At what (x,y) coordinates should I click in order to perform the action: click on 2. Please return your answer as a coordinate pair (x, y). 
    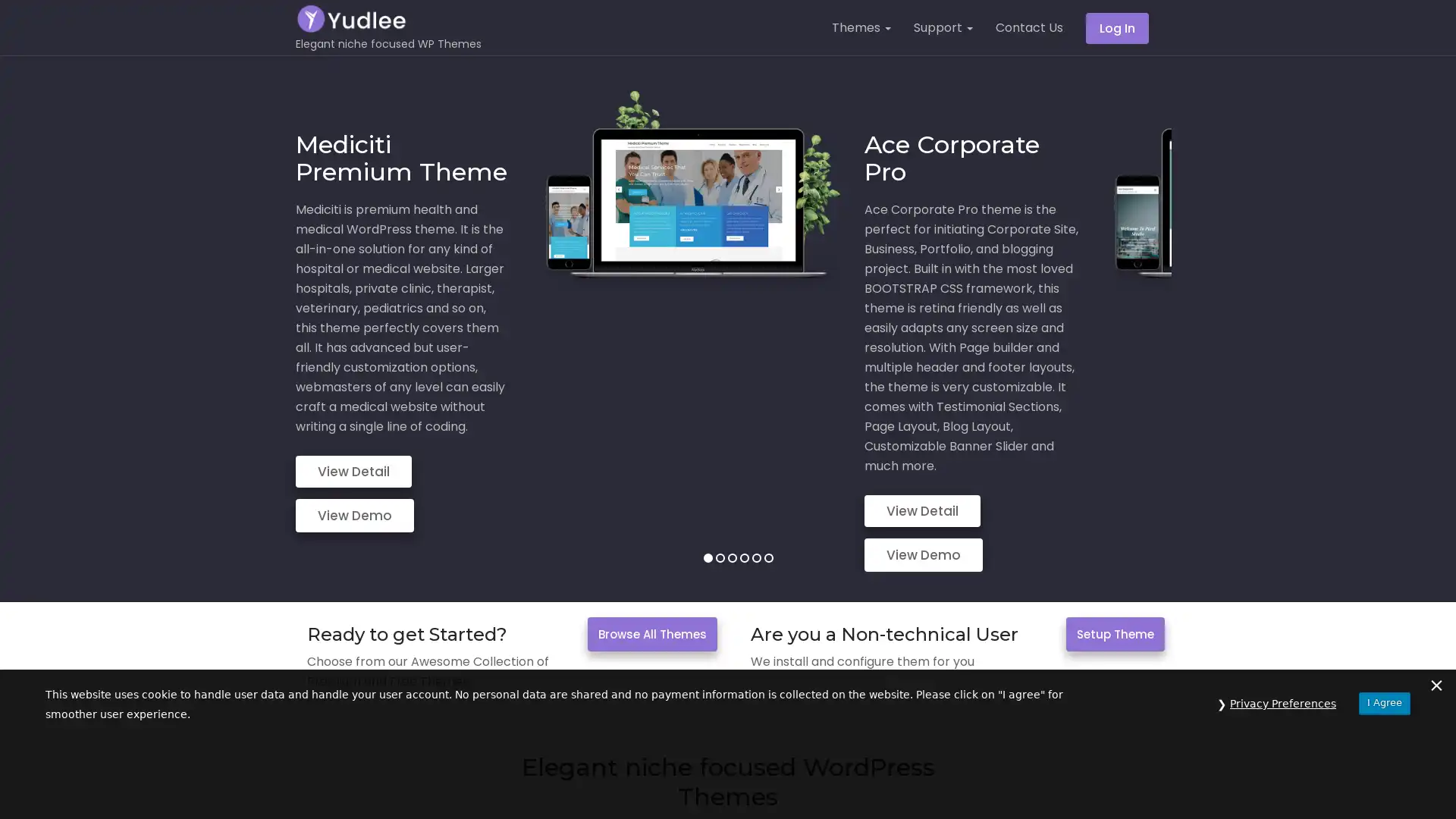
    Looking at the image, I should click on (719, 451).